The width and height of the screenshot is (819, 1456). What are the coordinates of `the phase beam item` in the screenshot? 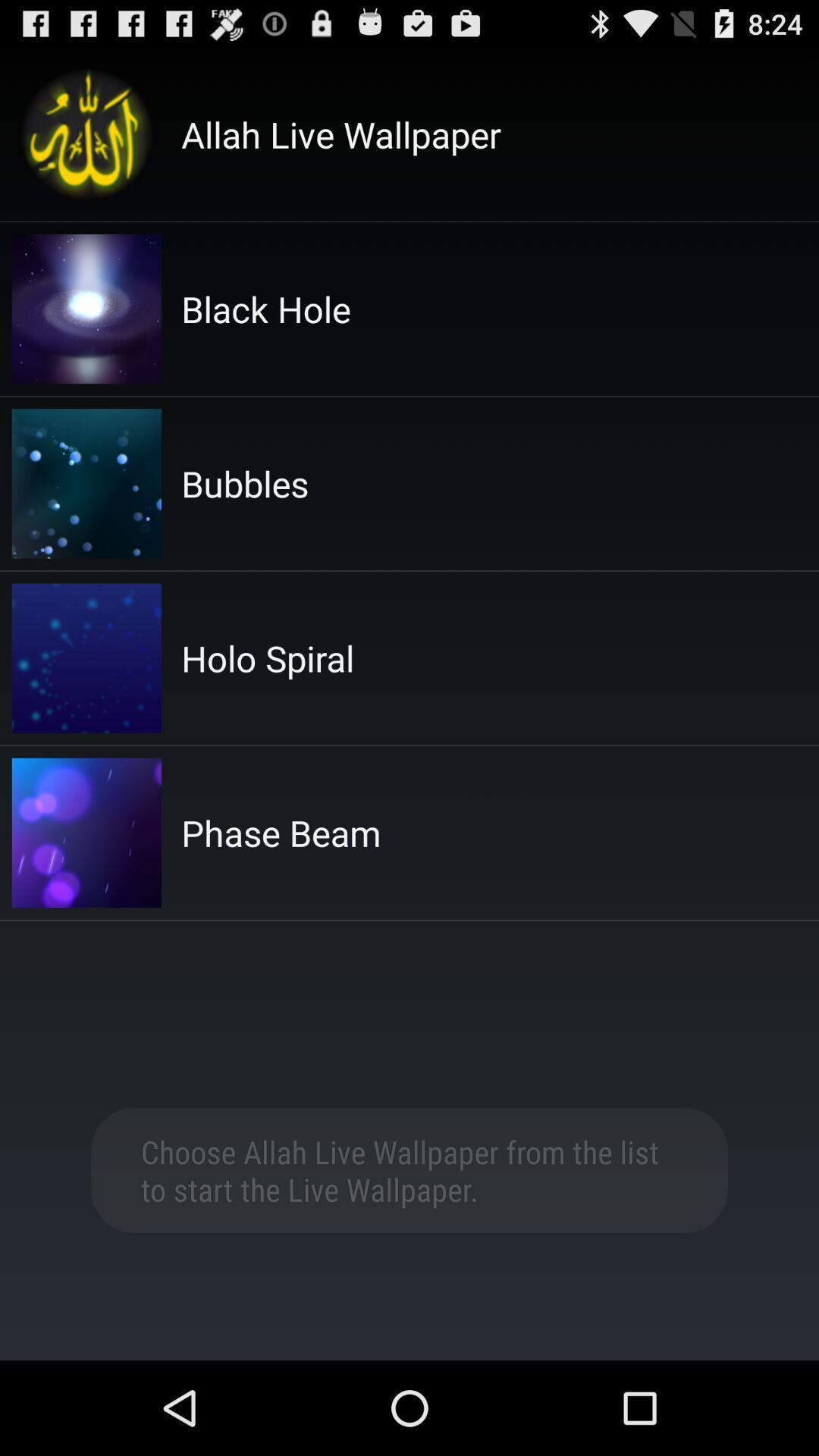 It's located at (281, 832).